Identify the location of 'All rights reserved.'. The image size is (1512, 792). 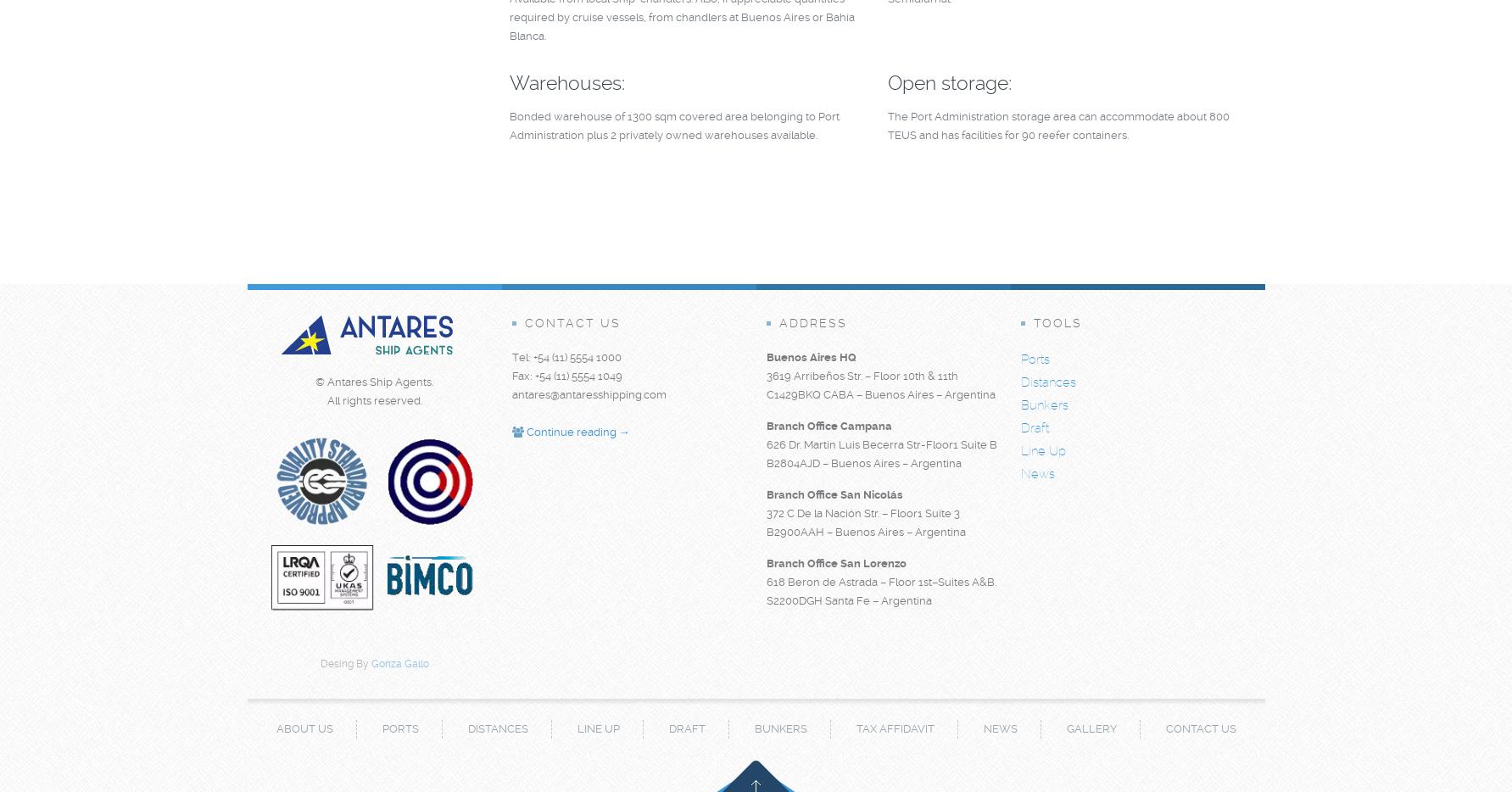
(373, 399).